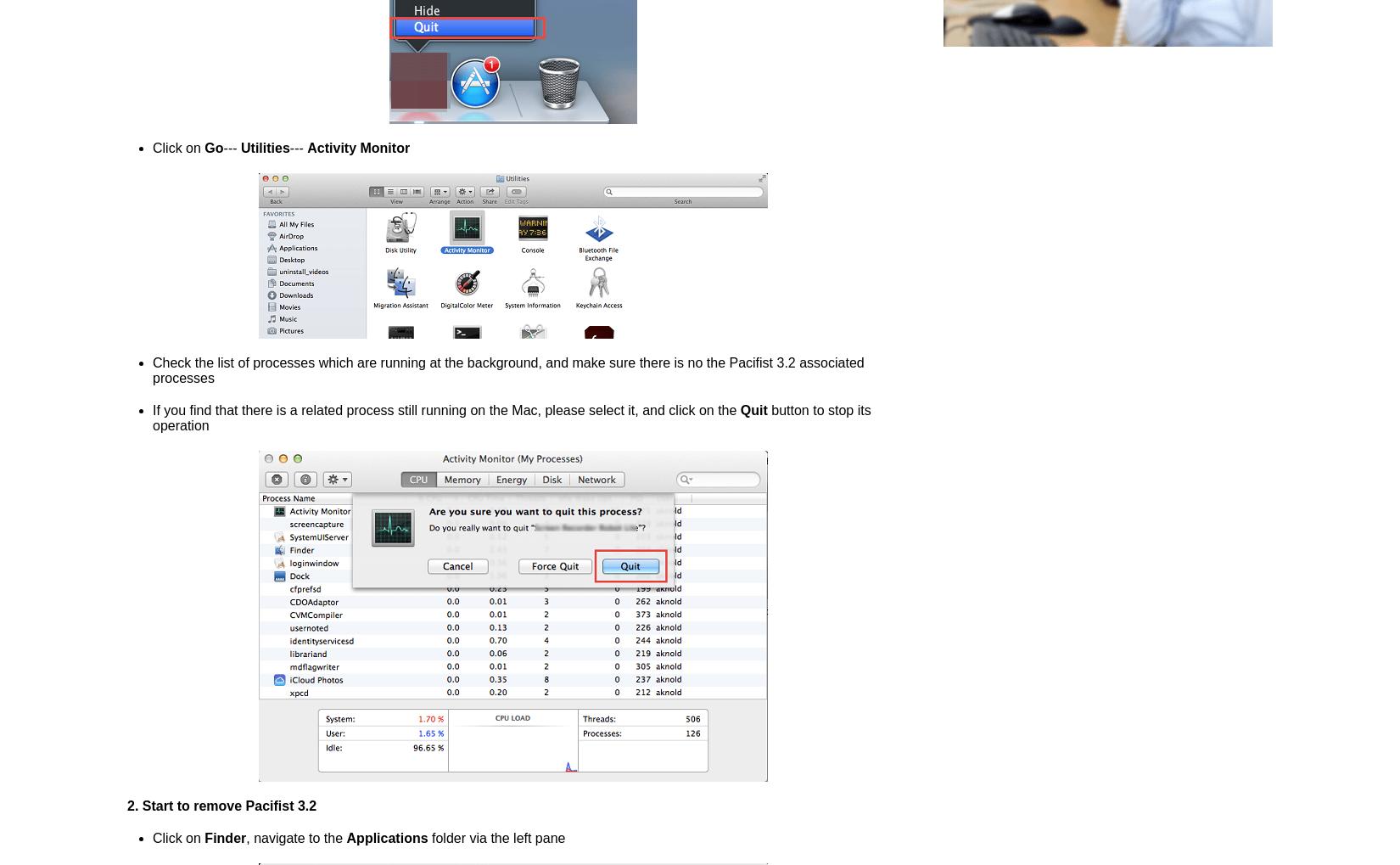 This screenshot has height=865, width=1400. What do you see at coordinates (386, 838) in the screenshot?
I see `'Applications'` at bounding box center [386, 838].